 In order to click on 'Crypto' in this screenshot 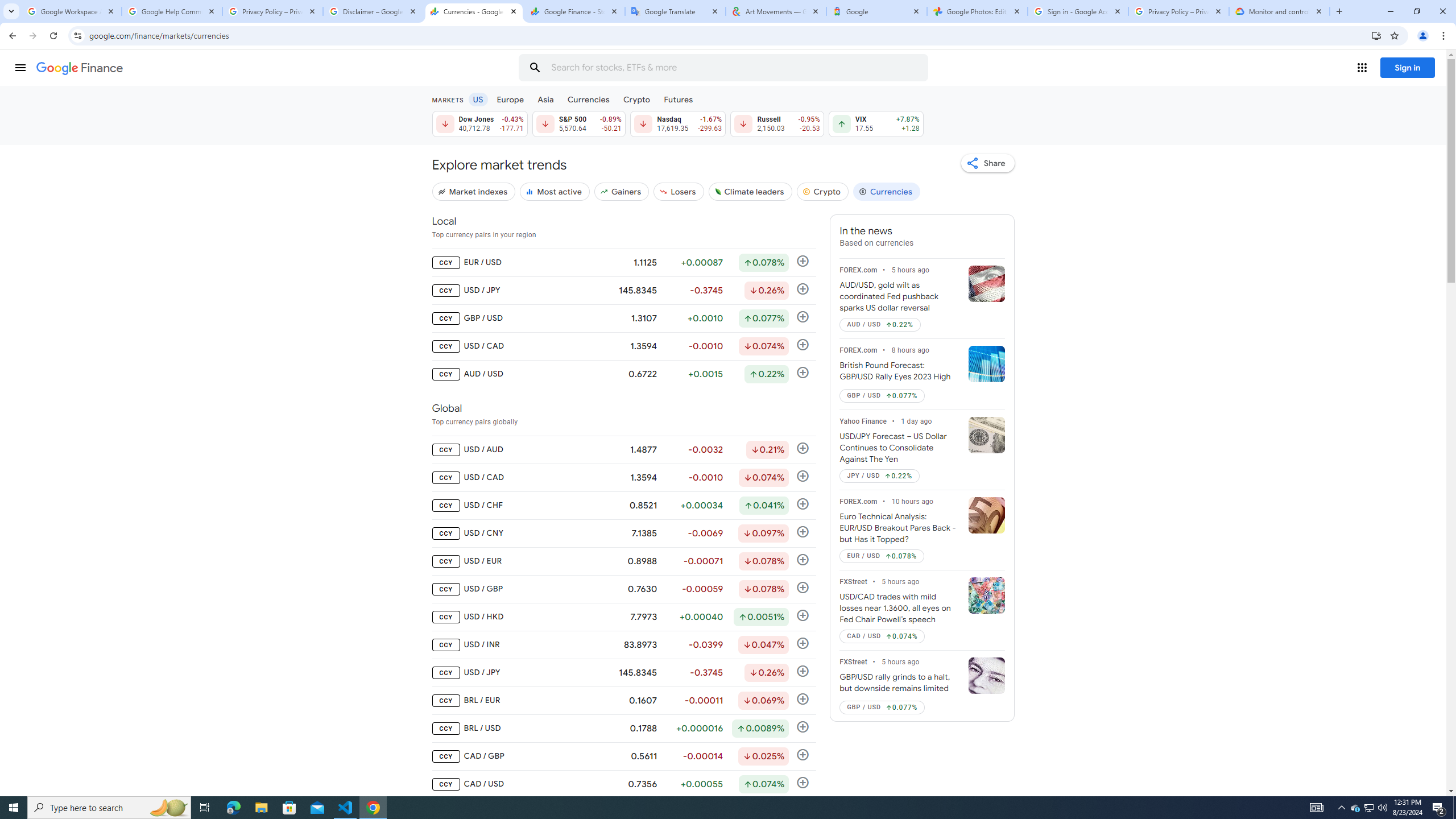, I will do `click(822, 191)`.